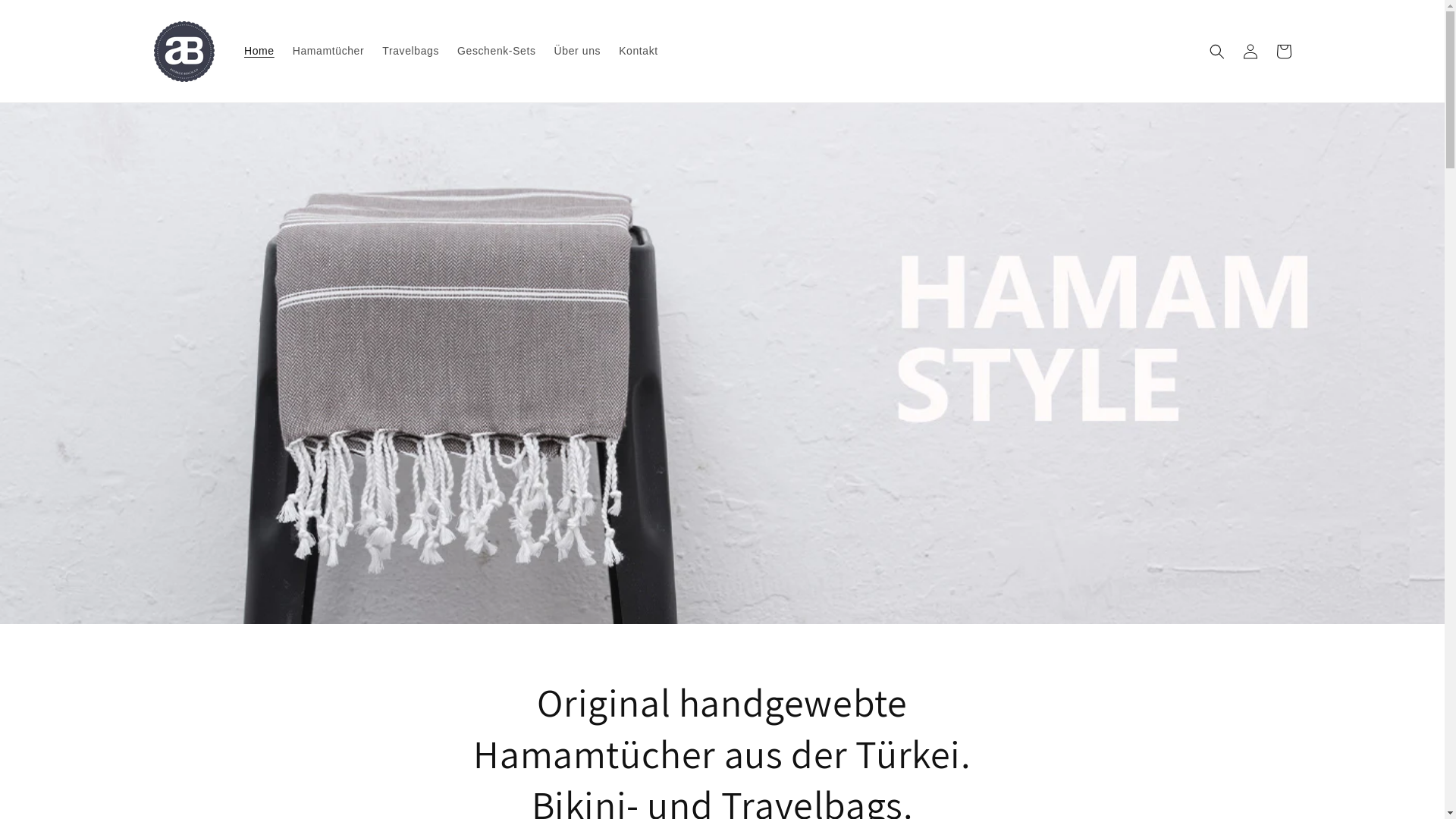 The width and height of the screenshot is (1456, 819). What do you see at coordinates (1249, 51) in the screenshot?
I see `'Einloggen'` at bounding box center [1249, 51].